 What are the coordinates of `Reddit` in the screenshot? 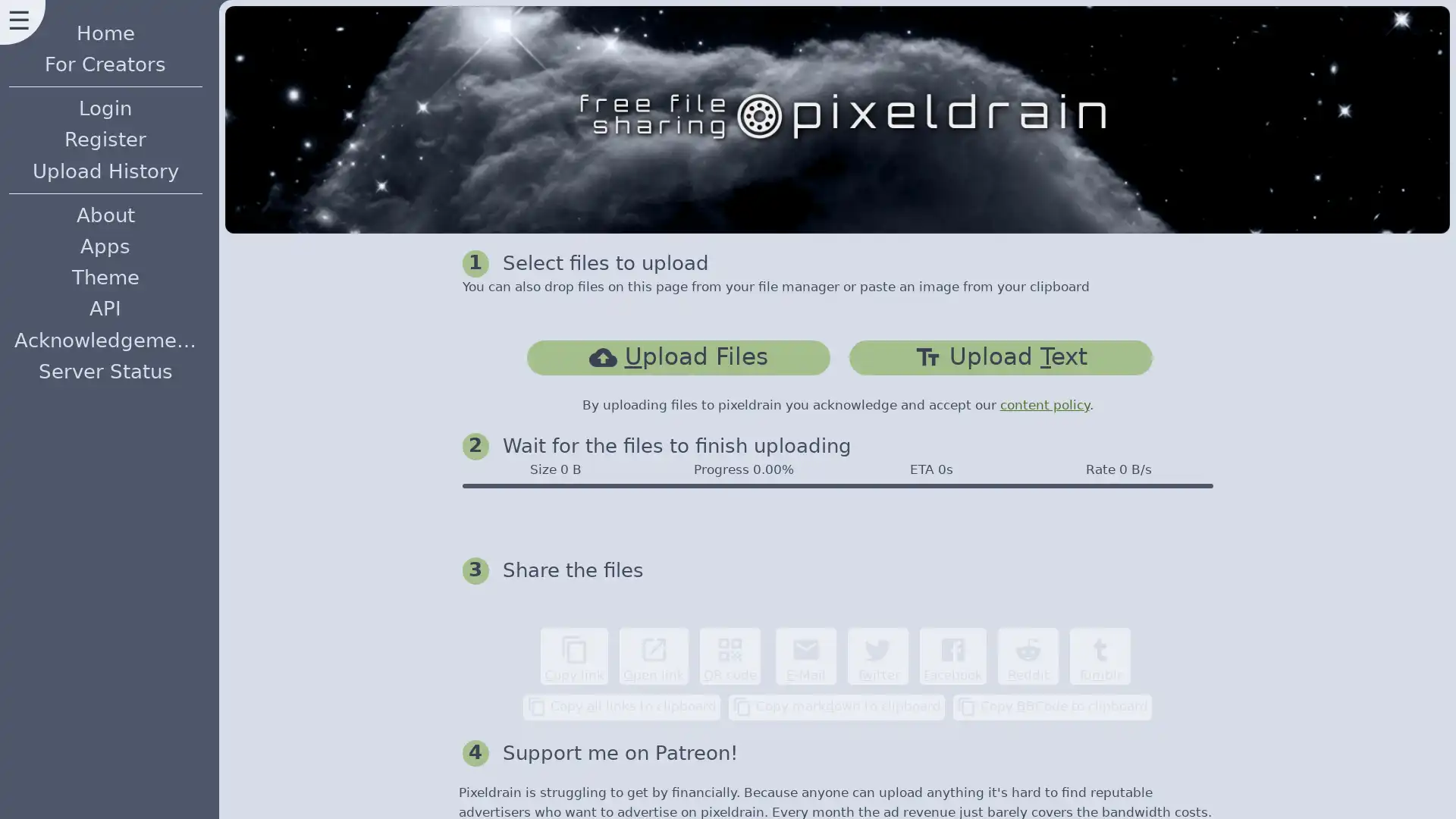 It's located at (1028, 655).